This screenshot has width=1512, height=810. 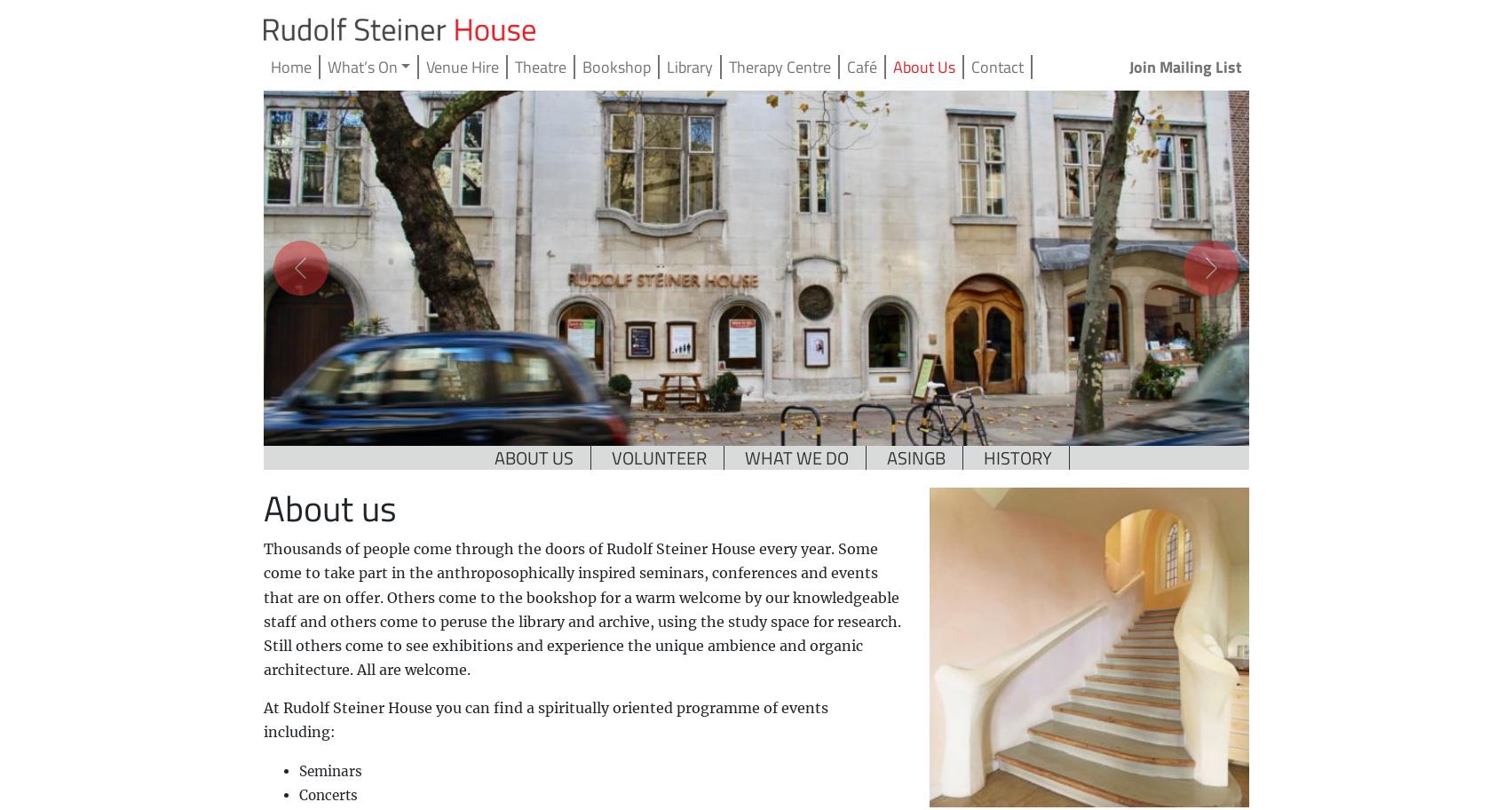 I want to click on 'WHAT WE DO', so click(x=745, y=456).